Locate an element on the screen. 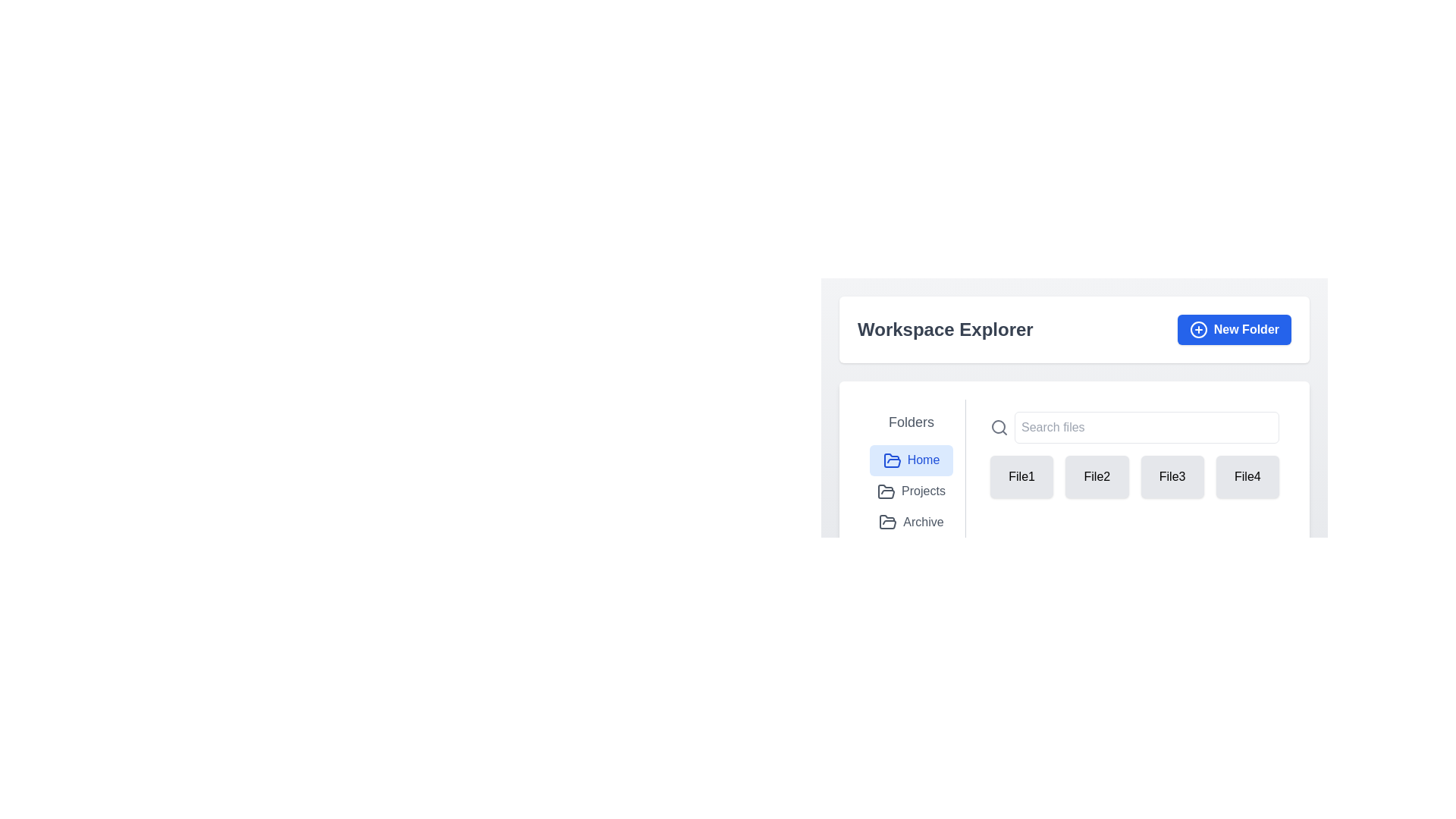 The height and width of the screenshot is (819, 1456). the blue outlined folder icon located to the left of the 'Home' text within the navigation section under 'Folders' is located at coordinates (892, 460).